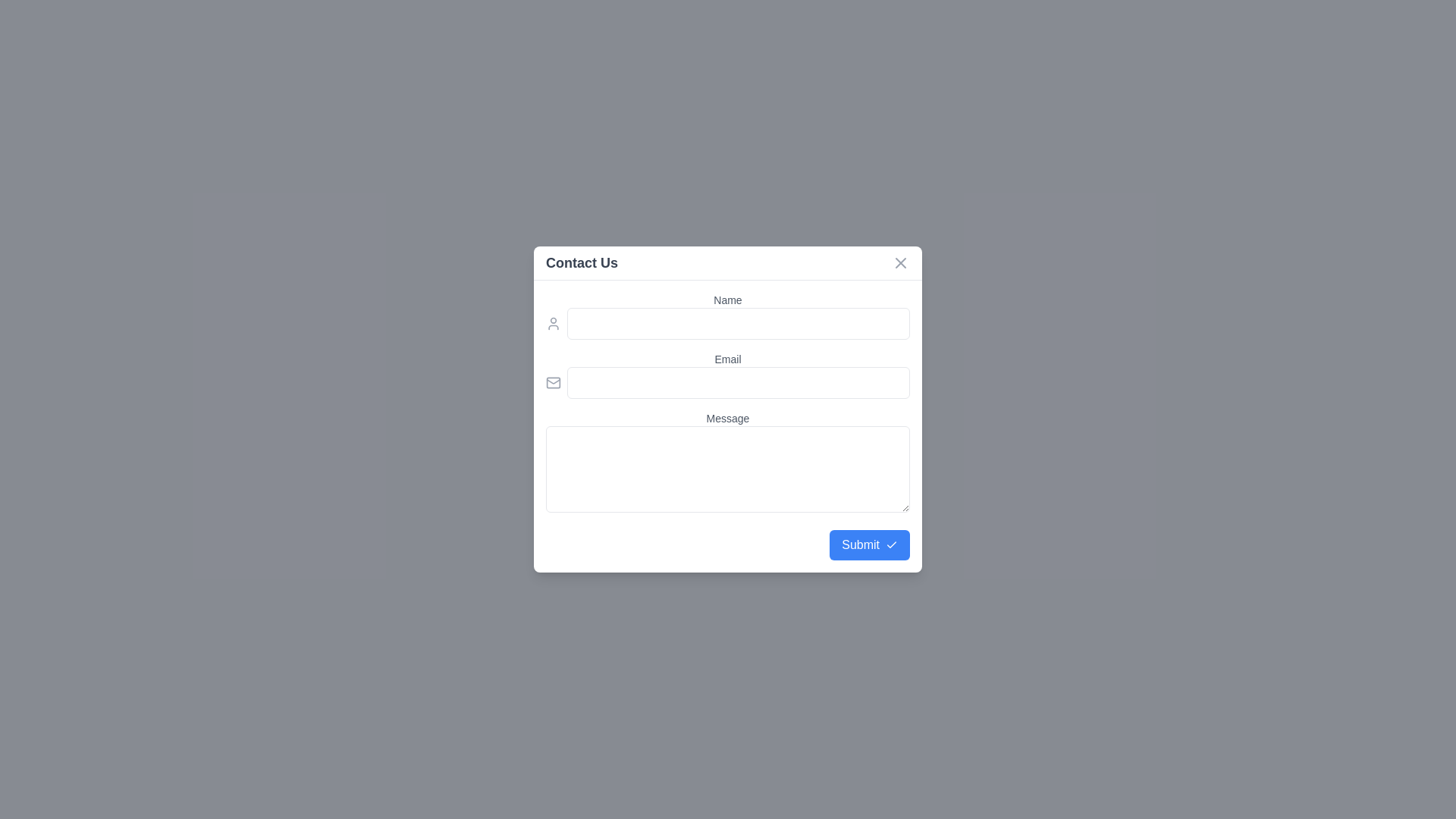 This screenshot has width=1456, height=819. What do you see at coordinates (552, 382) in the screenshot?
I see `the decorative static icon located to the left of the email input field in the 'Contact Us' form` at bounding box center [552, 382].